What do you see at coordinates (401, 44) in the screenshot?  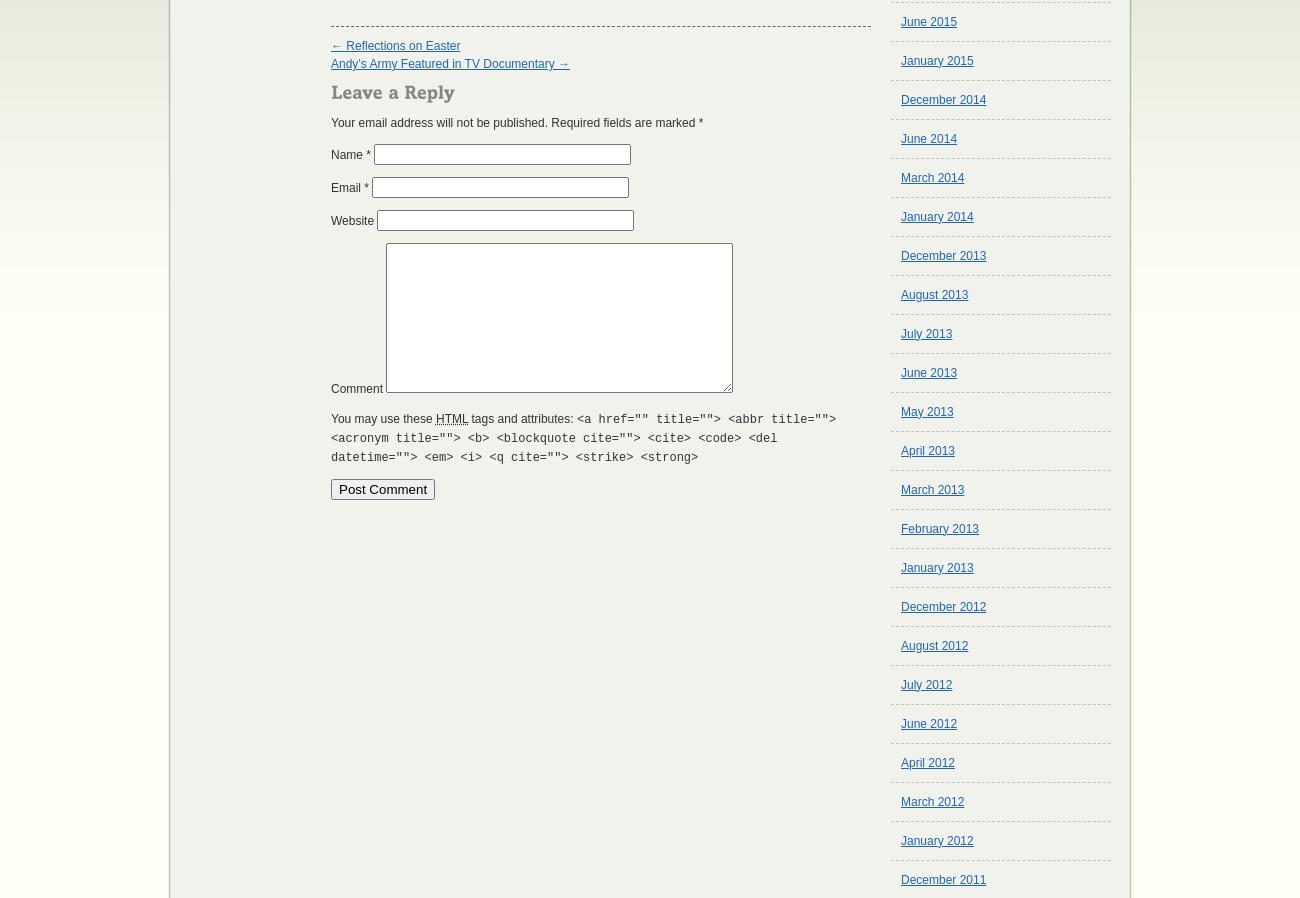 I see `'Reflections on Easter'` at bounding box center [401, 44].